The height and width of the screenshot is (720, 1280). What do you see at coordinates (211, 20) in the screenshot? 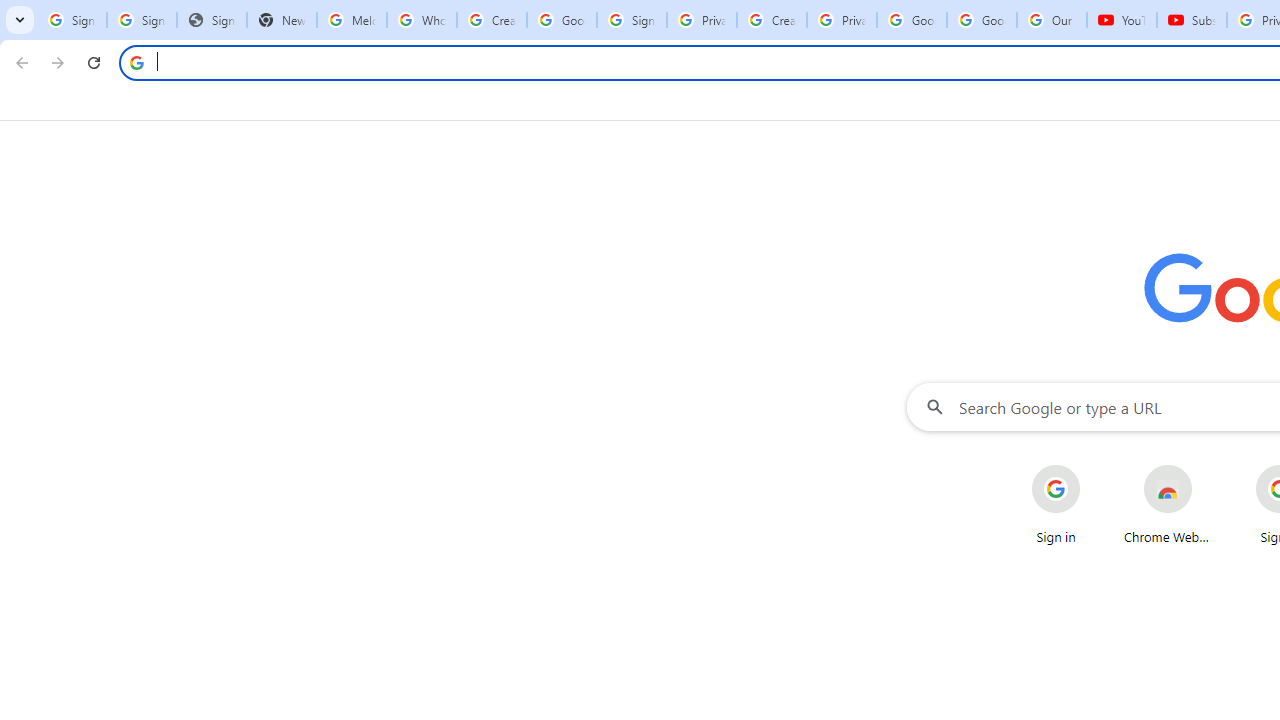
I see `'Sign In - USA TODAY'` at bounding box center [211, 20].